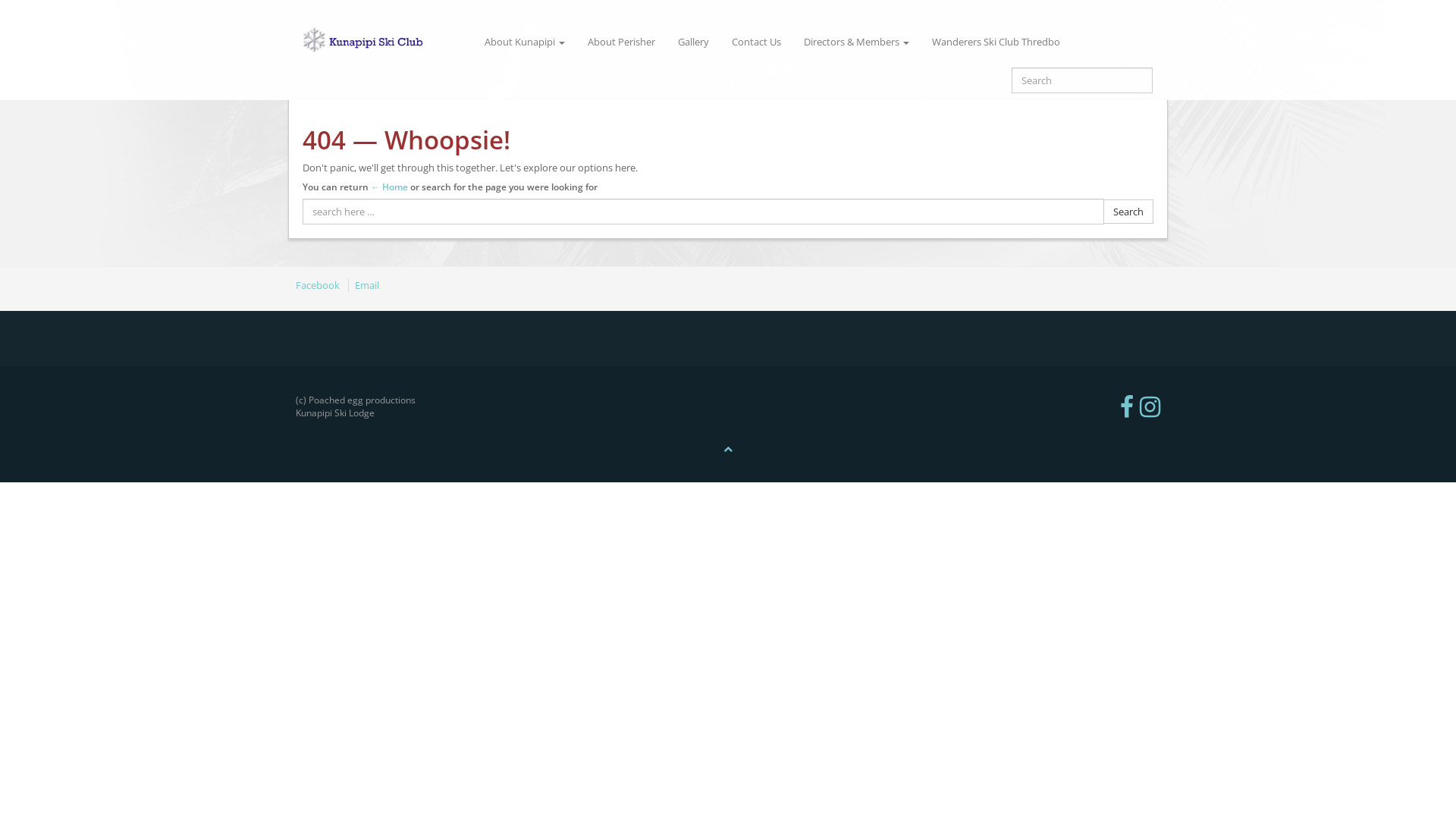 This screenshot has width=1456, height=819. What do you see at coordinates (720, 40) in the screenshot?
I see `'Contact Us'` at bounding box center [720, 40].